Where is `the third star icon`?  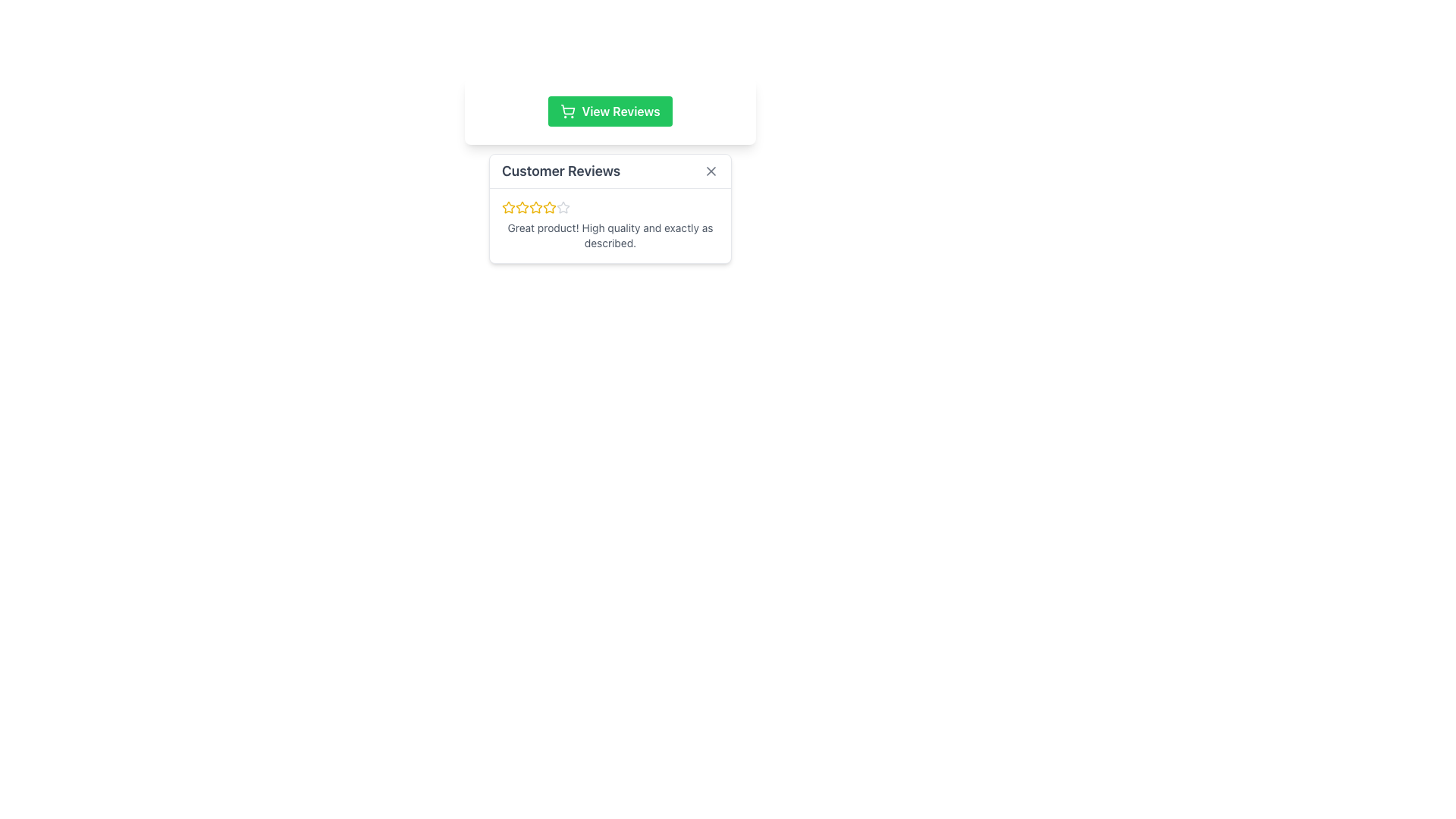 the third star icon is located at coordinates (535, 207).